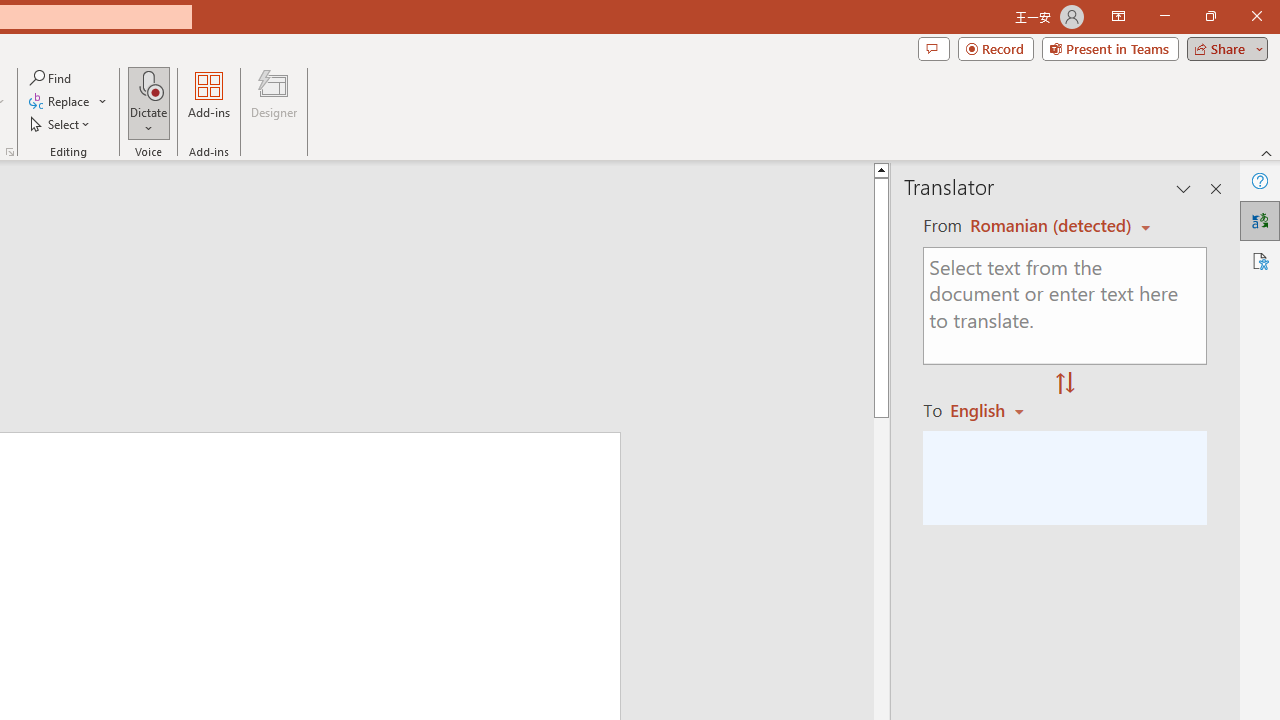  What do you see at coordinates (1266, 152) in the screenshot?
I see `'Collapse the Ribbon'` at bounding box center [1266, 152].